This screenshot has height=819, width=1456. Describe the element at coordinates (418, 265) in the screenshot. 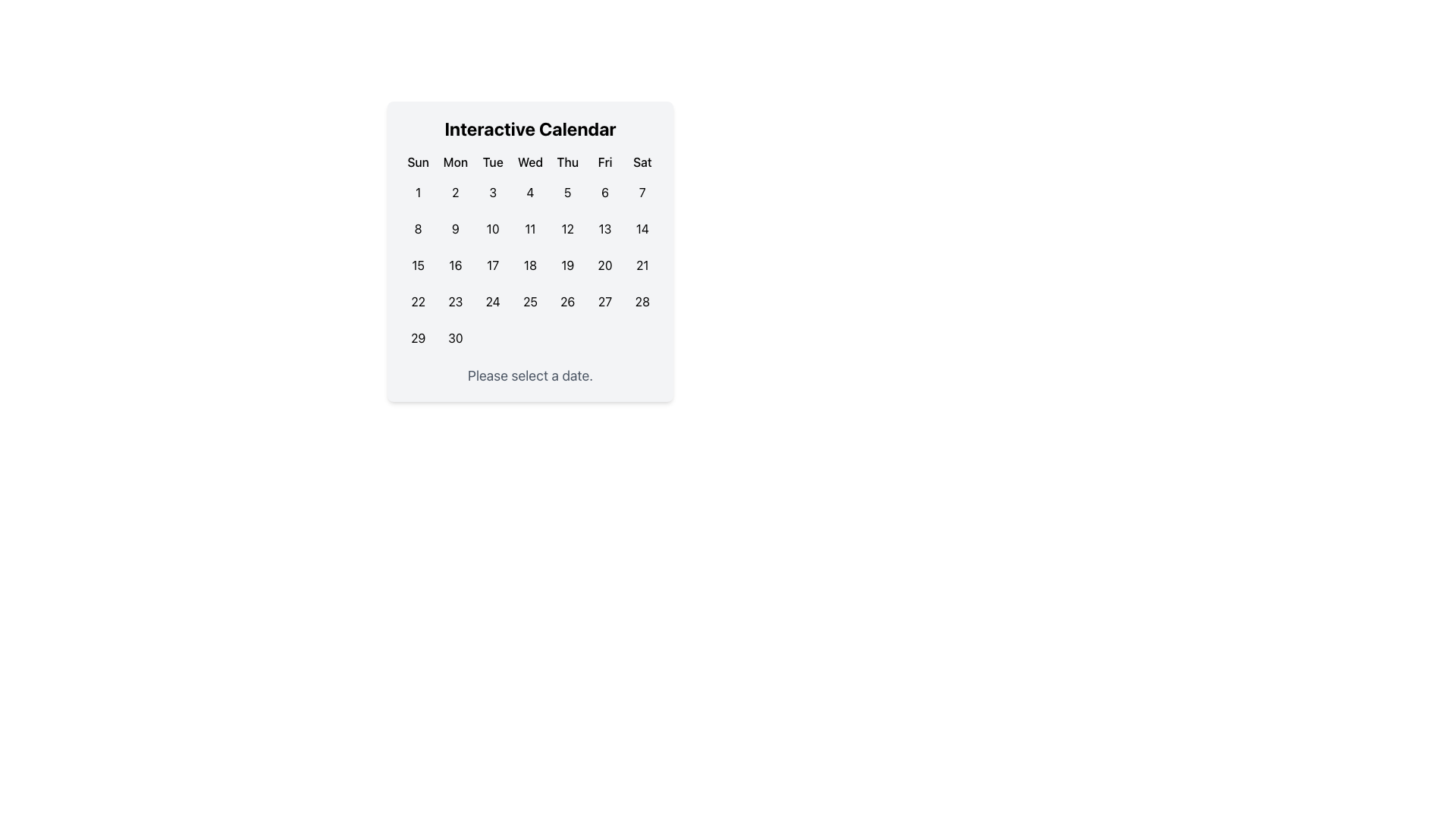

I see `the date button displaying '15' in the third row and first column of the calendar grid` at that location.